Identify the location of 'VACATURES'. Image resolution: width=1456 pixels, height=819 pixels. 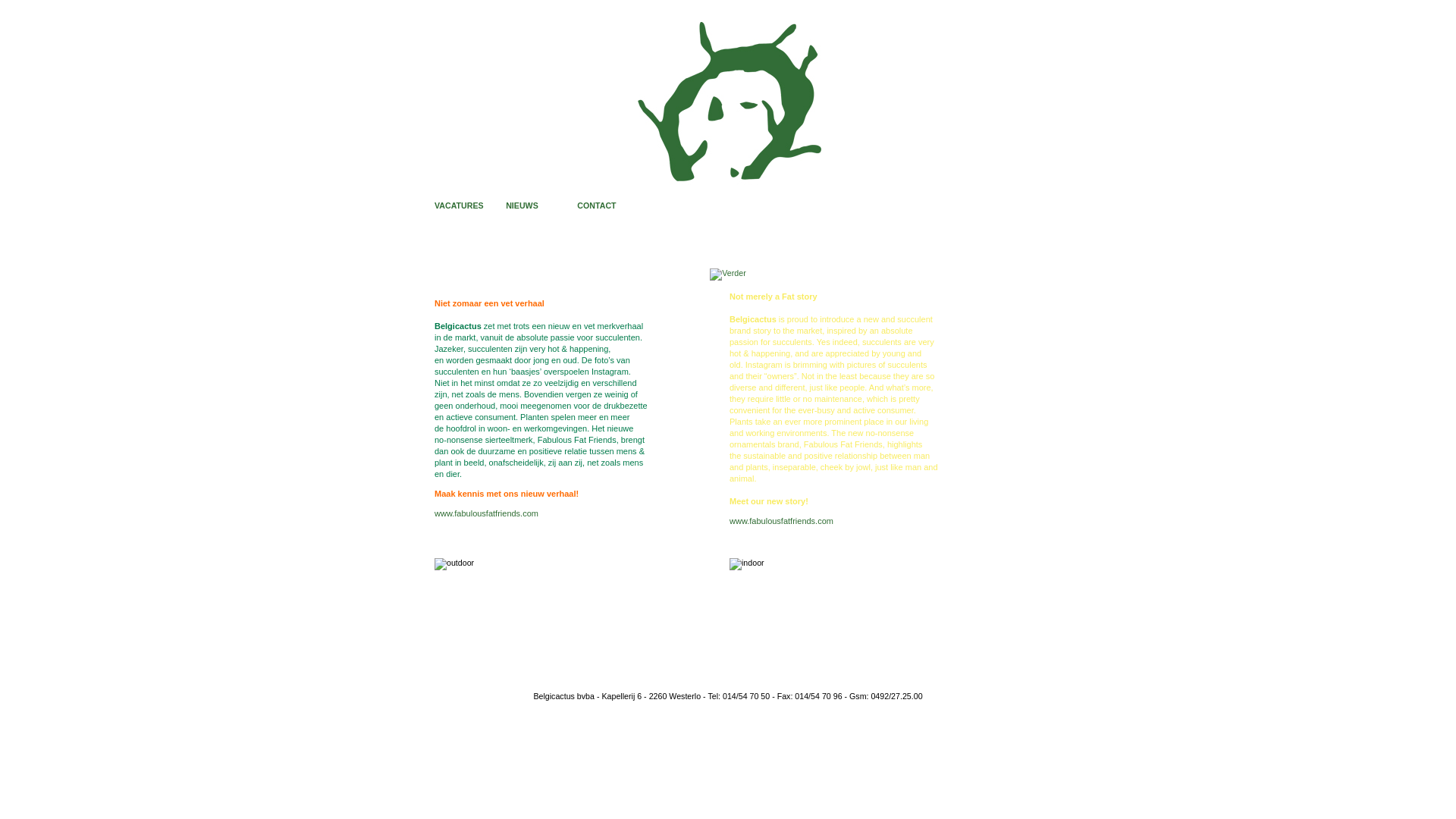
(458, 205).